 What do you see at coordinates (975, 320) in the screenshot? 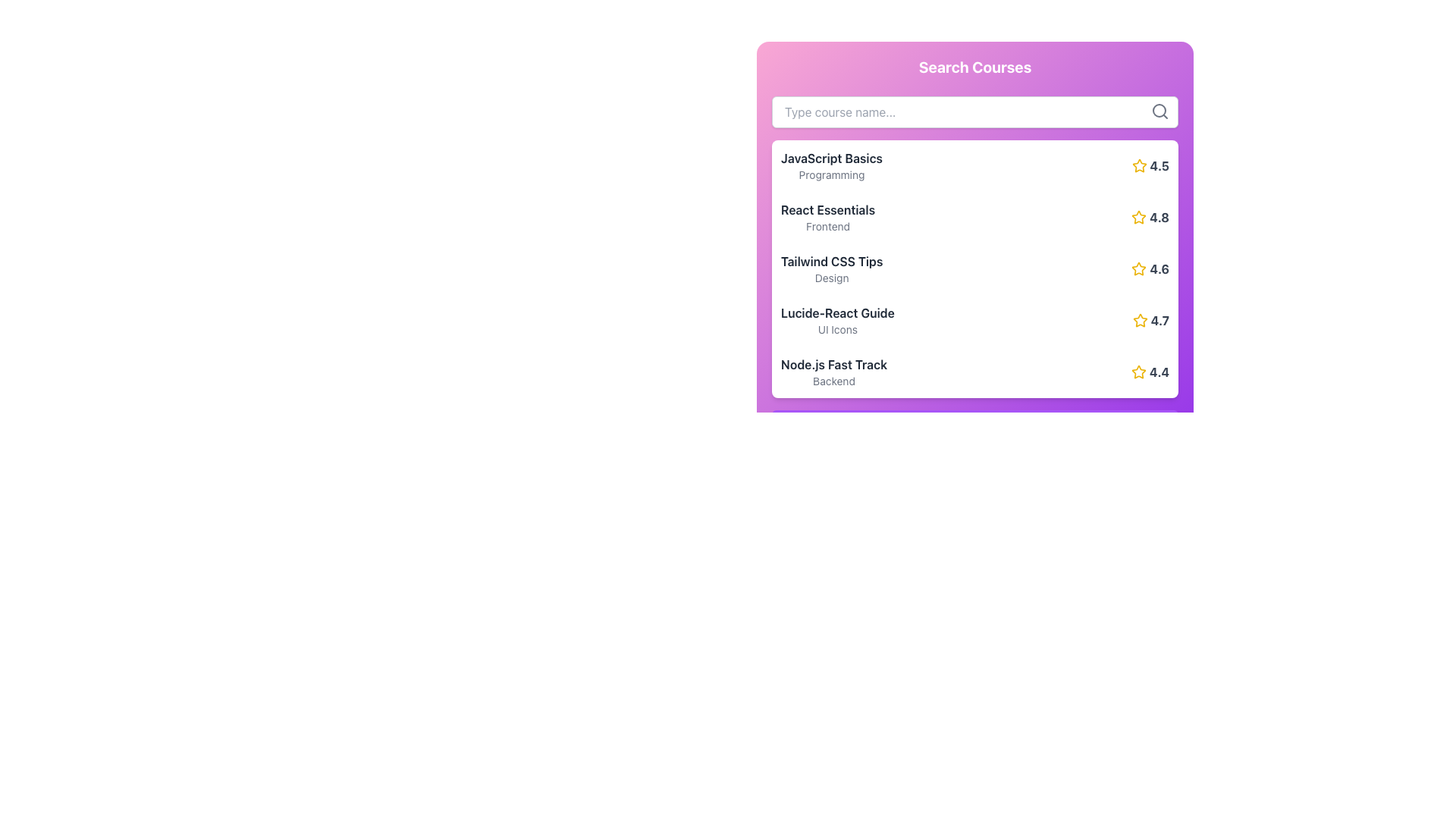
I see `the fourth row of the course list that displays 'Lucide-React Guide' with a rating of 4.7` at bounding box center [975, 320].